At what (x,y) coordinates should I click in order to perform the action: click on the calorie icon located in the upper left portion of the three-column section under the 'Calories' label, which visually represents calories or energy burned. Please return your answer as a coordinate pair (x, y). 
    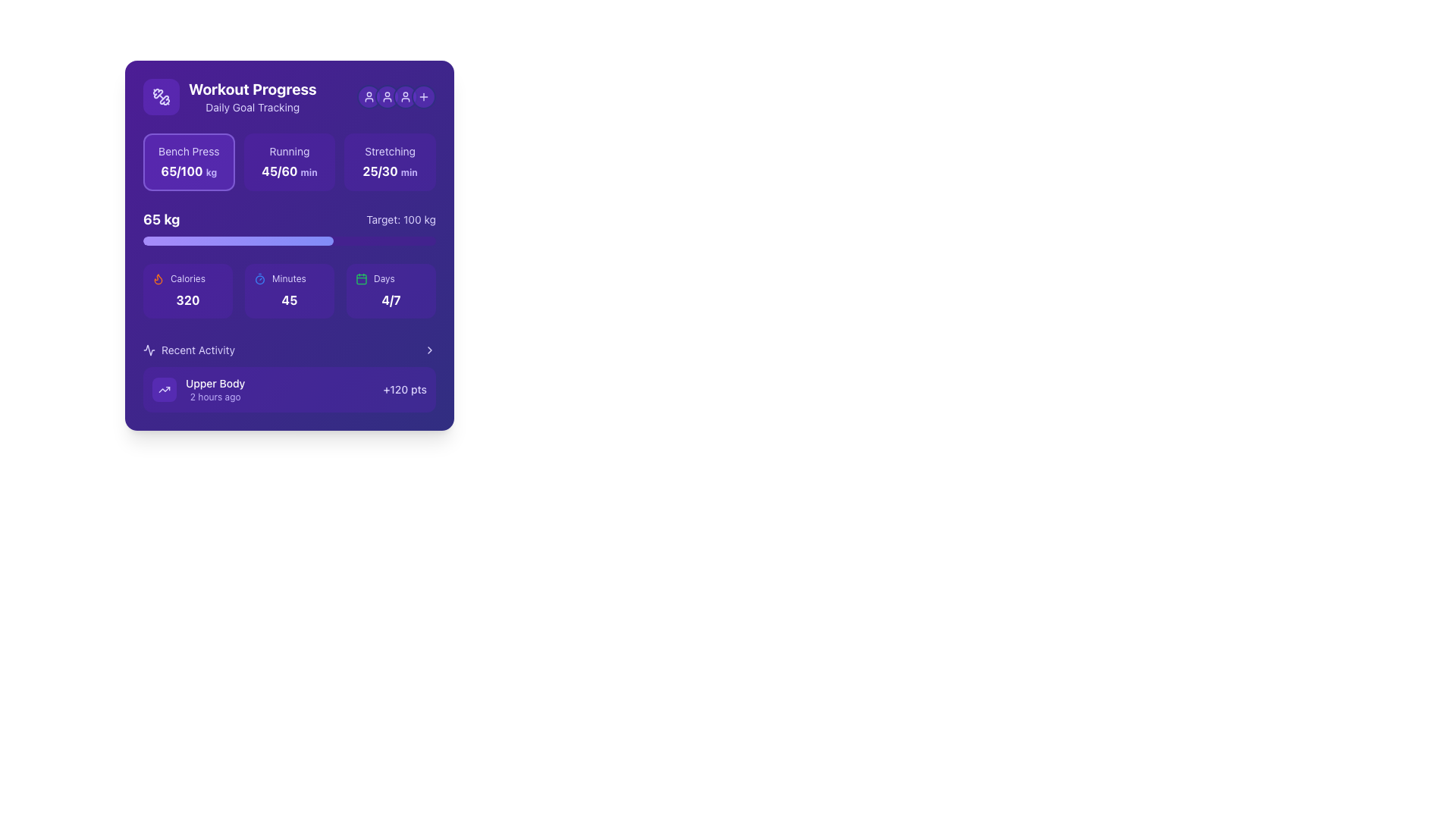
    Looking at the image, I should click on (158, 278).